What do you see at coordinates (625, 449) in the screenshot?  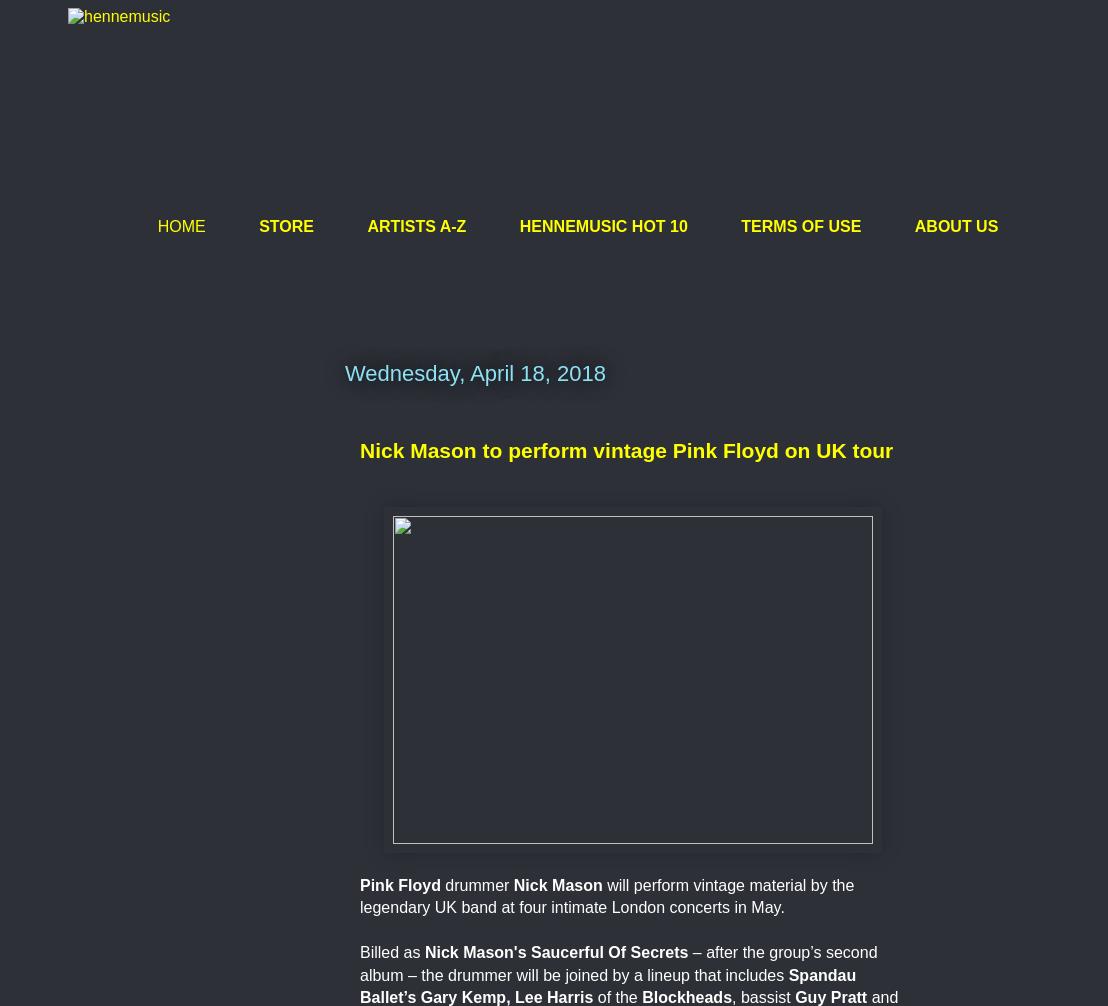 I see `'Nick Mason to perform vintage Pink Floyd on UK tour'` at bounding box center [625, 449].